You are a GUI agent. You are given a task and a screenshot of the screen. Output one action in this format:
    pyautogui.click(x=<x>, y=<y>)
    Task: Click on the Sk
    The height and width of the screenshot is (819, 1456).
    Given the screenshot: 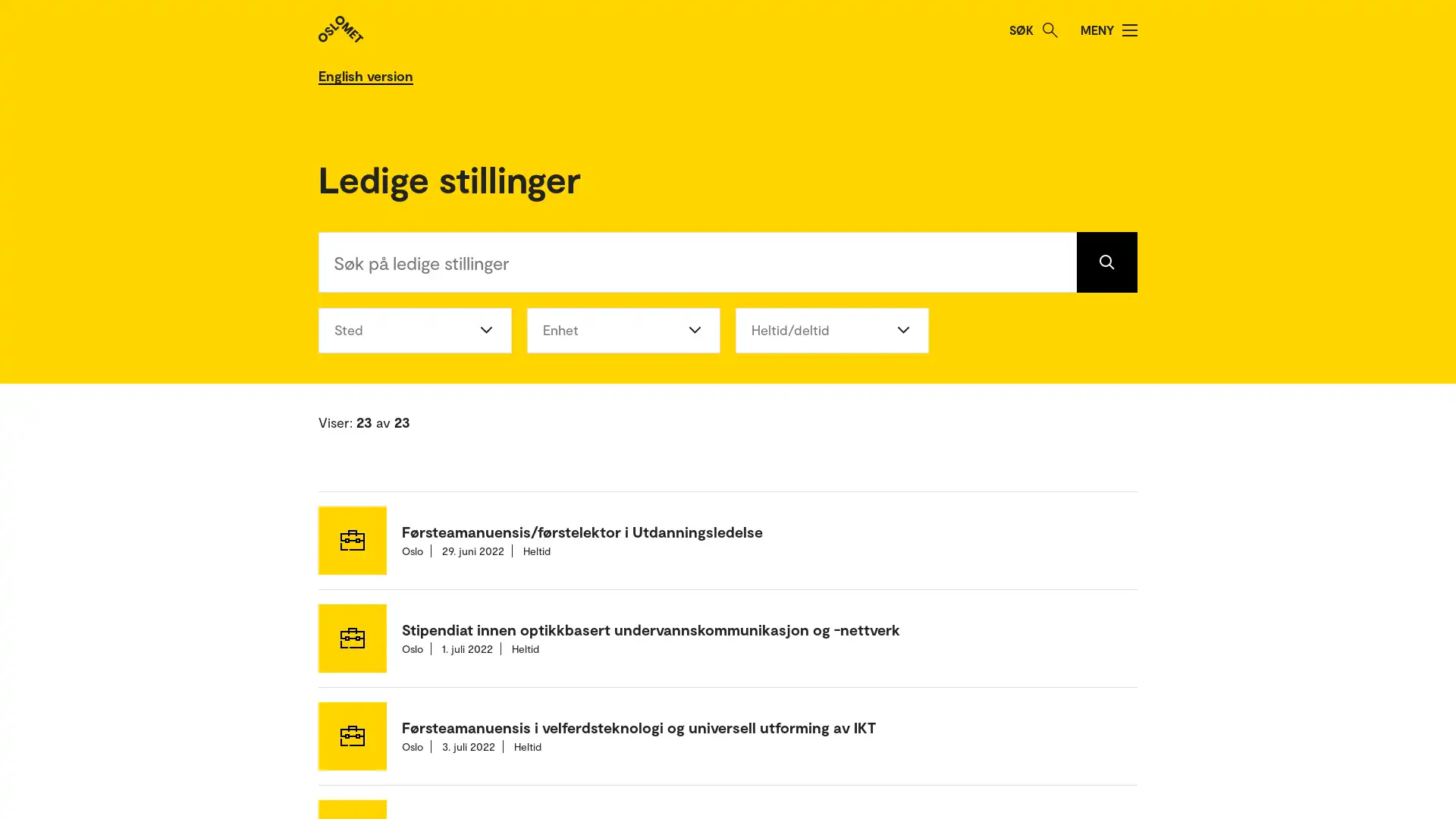 What is the action you would take?
    pyautogui.click(x=1050, y=30)
    